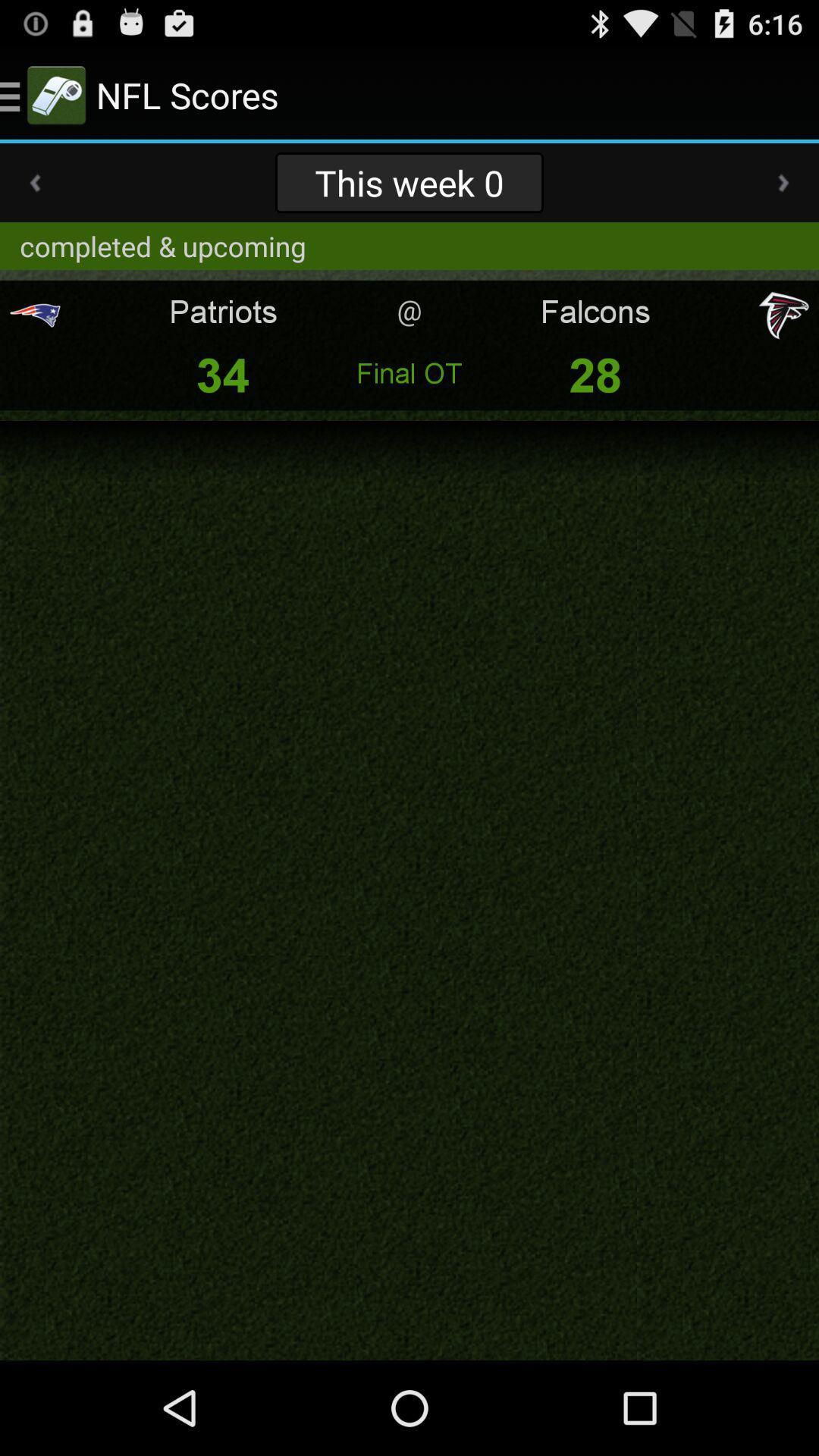 The width and height of the screenshot is (819, 1456). I want to click on icon next to this week 0 item, so click(783, 182).